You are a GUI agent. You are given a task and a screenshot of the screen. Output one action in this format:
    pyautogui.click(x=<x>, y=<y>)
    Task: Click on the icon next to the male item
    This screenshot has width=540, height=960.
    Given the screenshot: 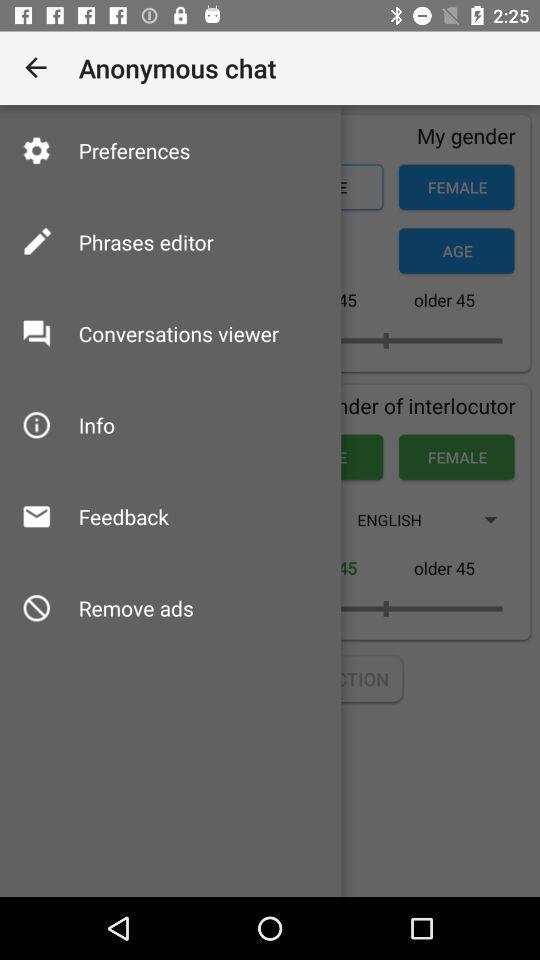 What is the action you would take?
    pyautogui.click(x=134, y=149)
    